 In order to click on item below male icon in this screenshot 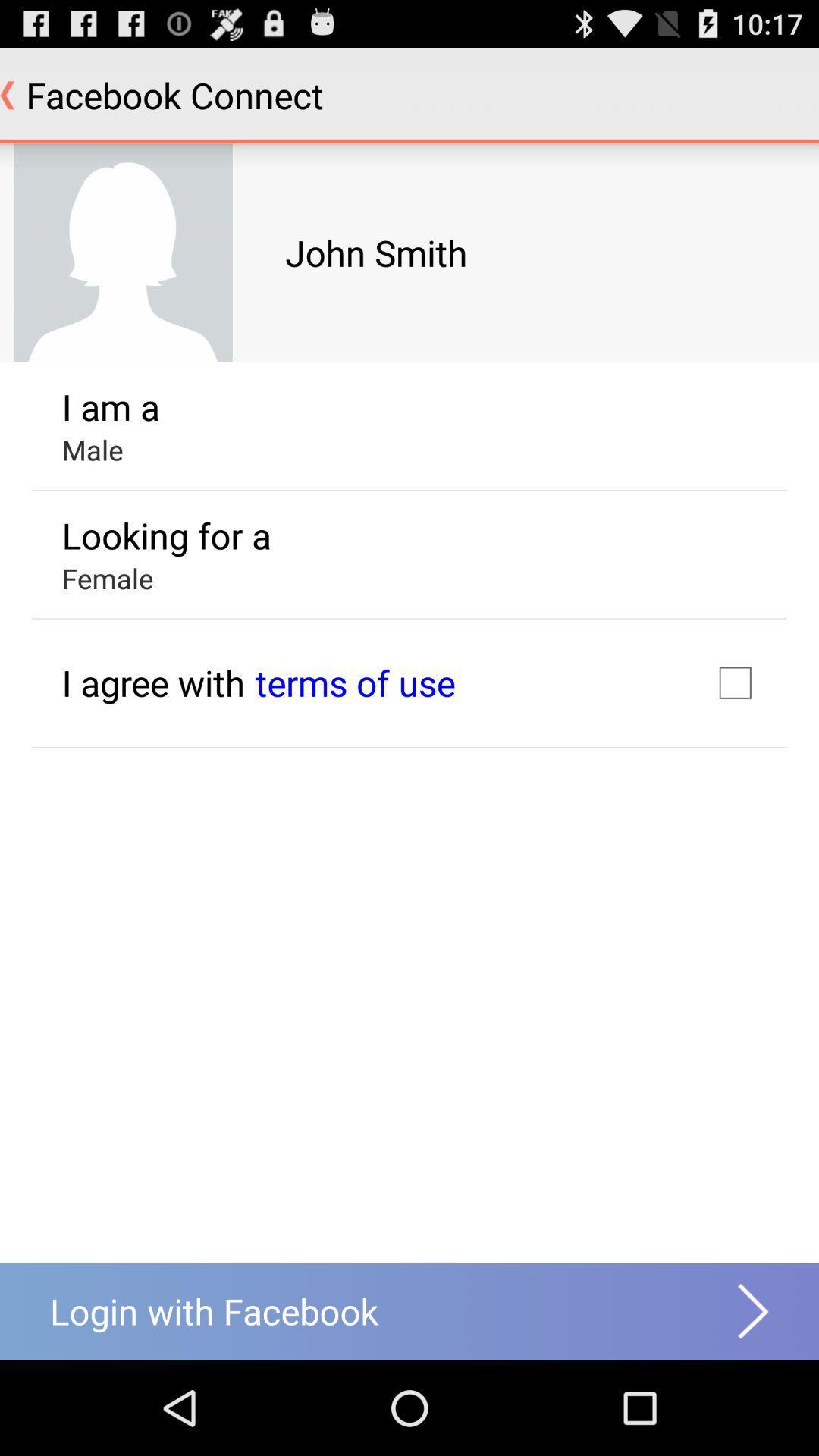, I will do `click(166, 535)`.